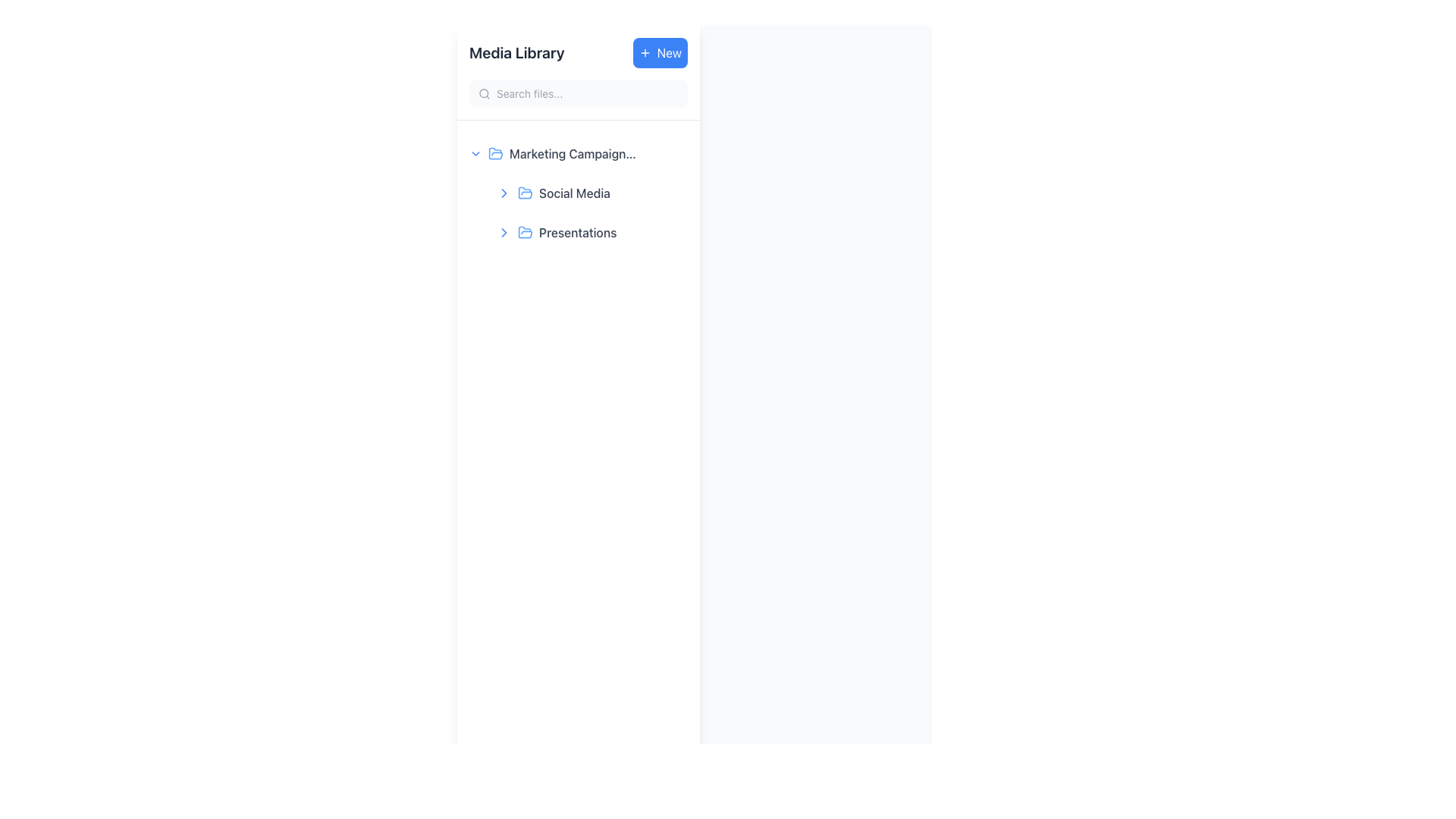 This screenshot has width=1456, height=819. Describe the element at coordinates (495, 153) in the screenshot. I see `the blue stylized folder icon located in the left panel of the interface, which is part of the 'Marketing Campaign' folder listing` at that location.